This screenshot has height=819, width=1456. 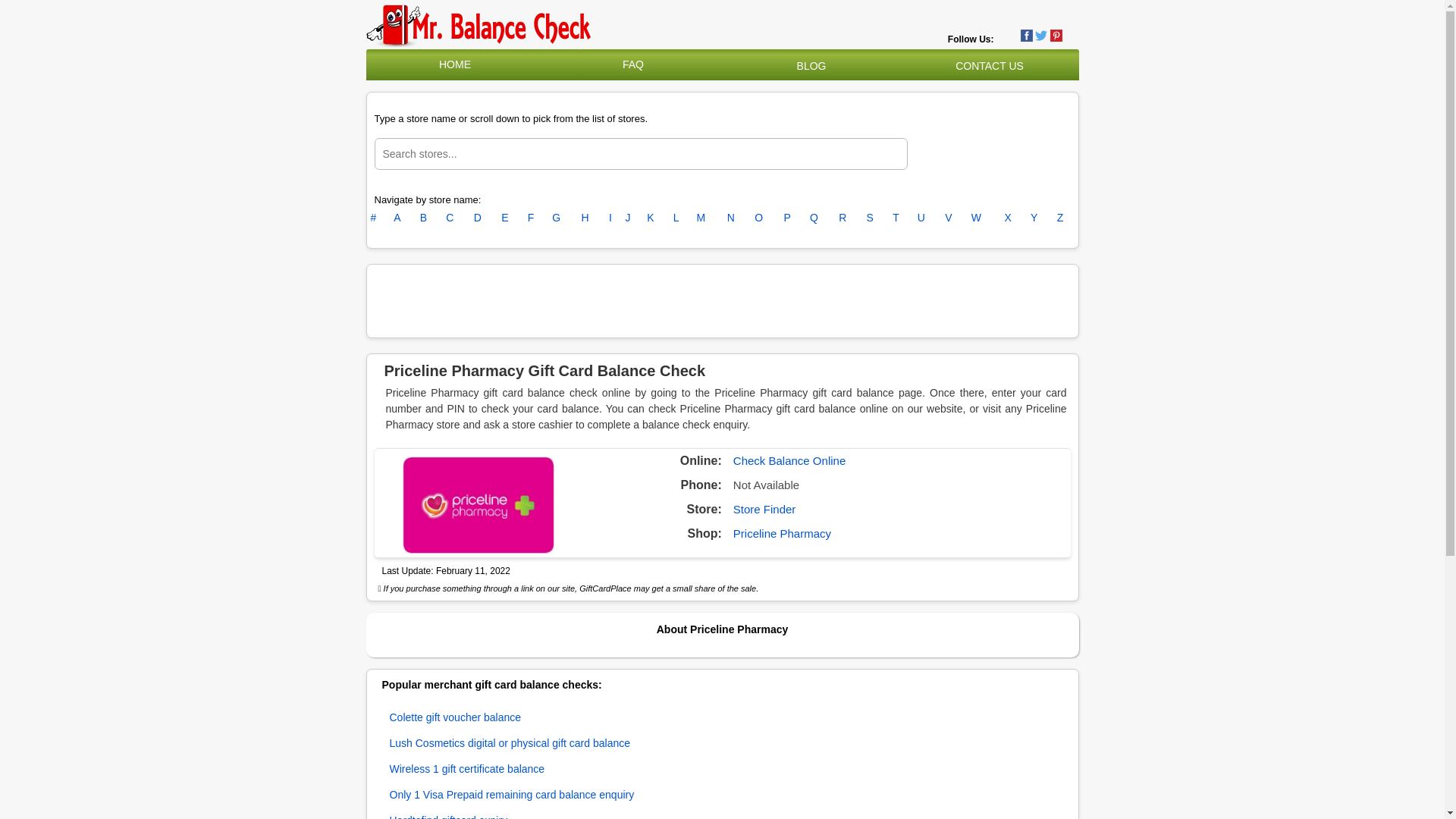 What do you see at coordinates (585, 217) in the screenshot?
I see `'H'` at bounding box center [585, 217].